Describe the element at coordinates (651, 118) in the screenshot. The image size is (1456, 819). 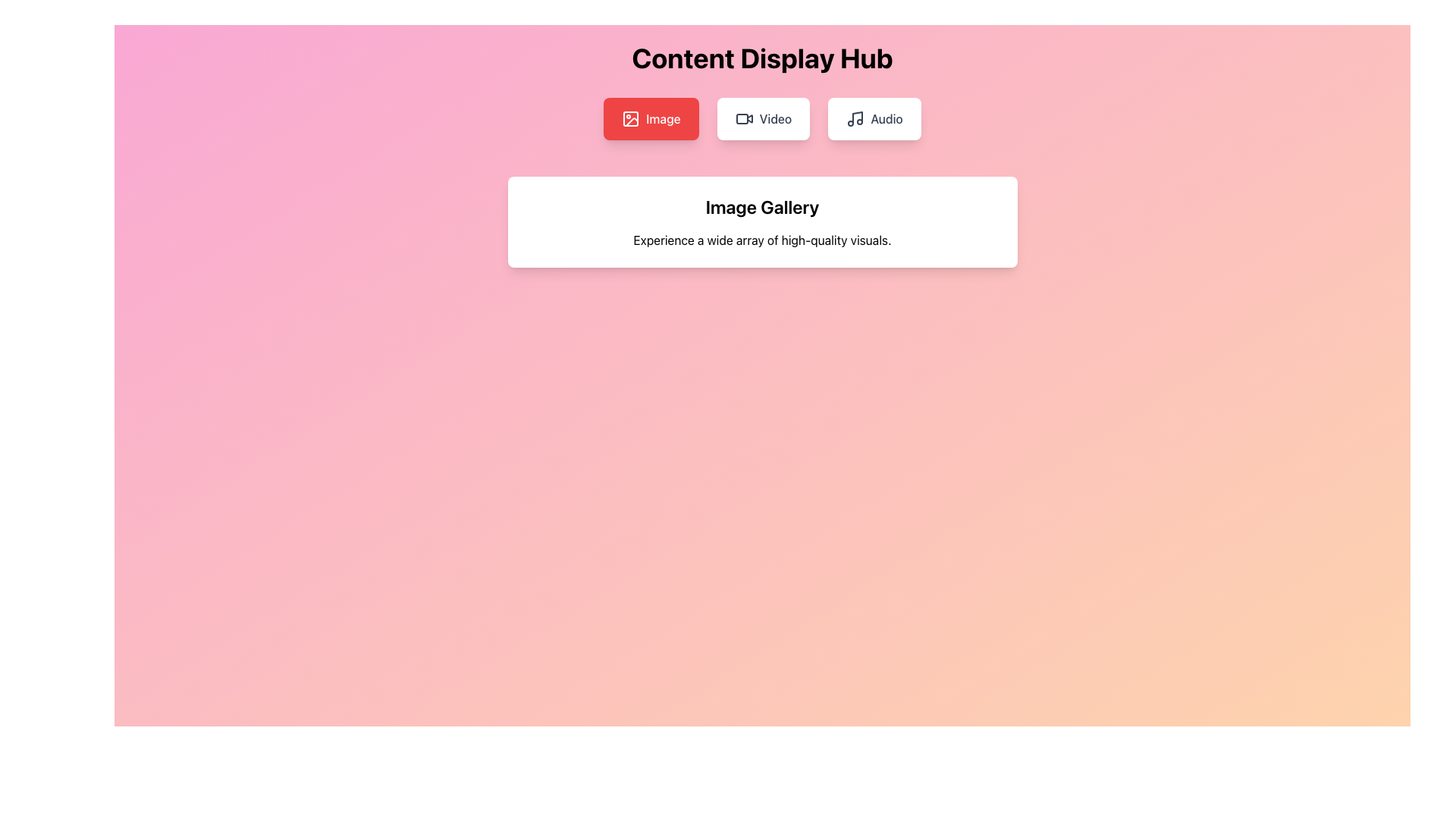
I see `the leftmost button styled with a red background and white text reading 'Image'` at that location.